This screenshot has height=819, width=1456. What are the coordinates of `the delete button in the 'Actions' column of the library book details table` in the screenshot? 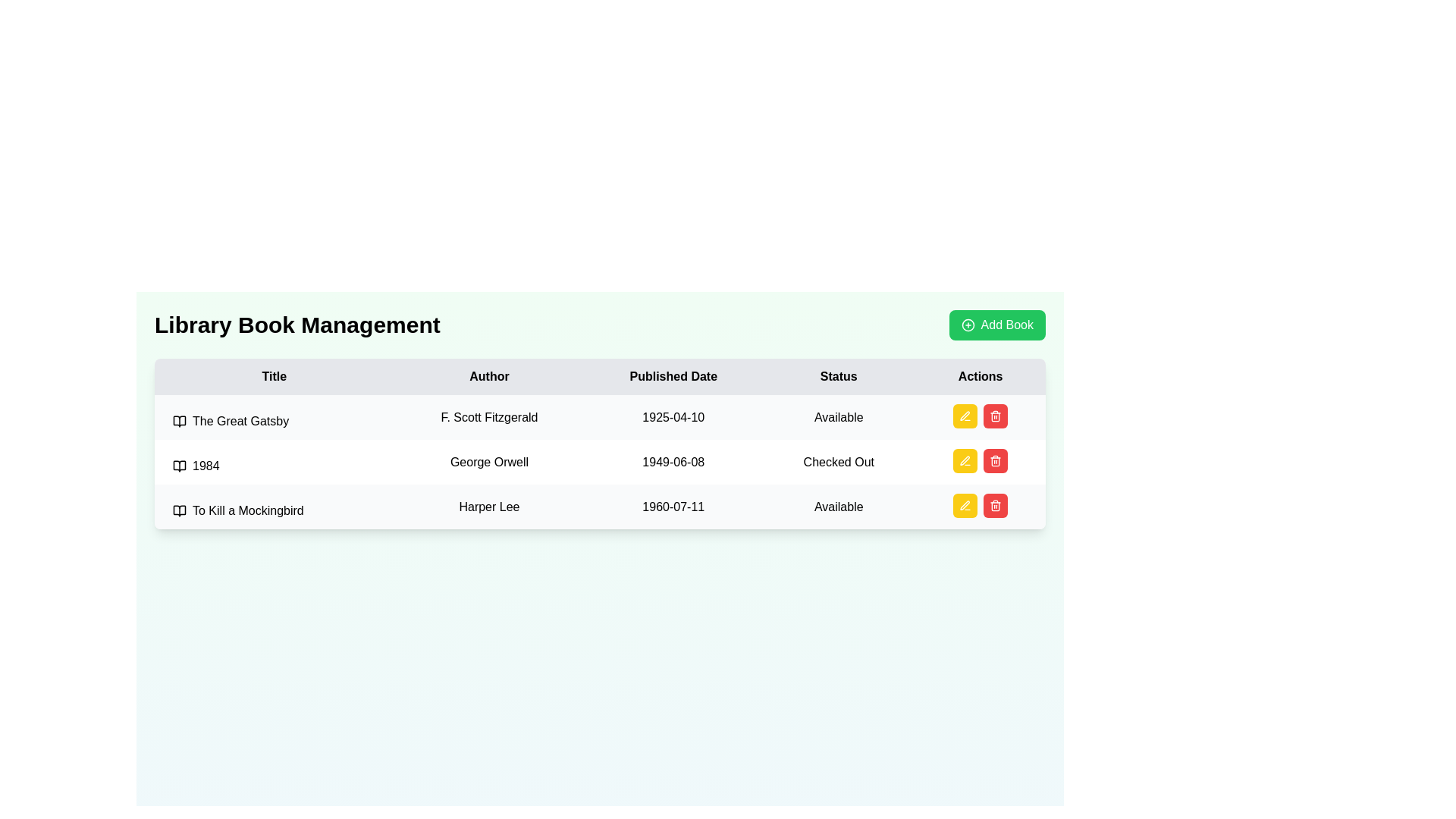 It's located at (996, 460).